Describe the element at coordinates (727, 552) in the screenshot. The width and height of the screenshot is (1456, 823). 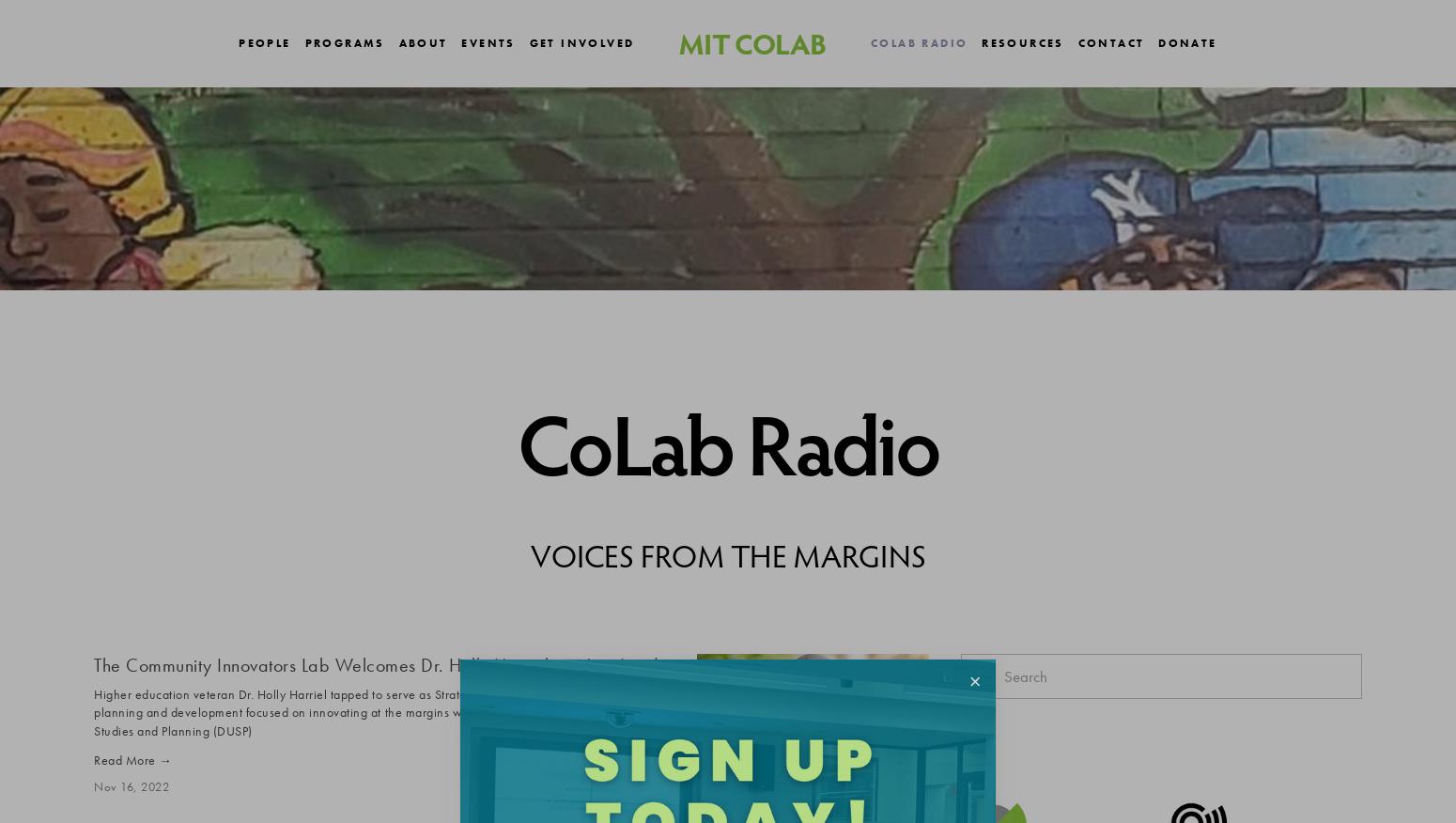
I see `'VOICES FROM THE MARGINS'` at that location.